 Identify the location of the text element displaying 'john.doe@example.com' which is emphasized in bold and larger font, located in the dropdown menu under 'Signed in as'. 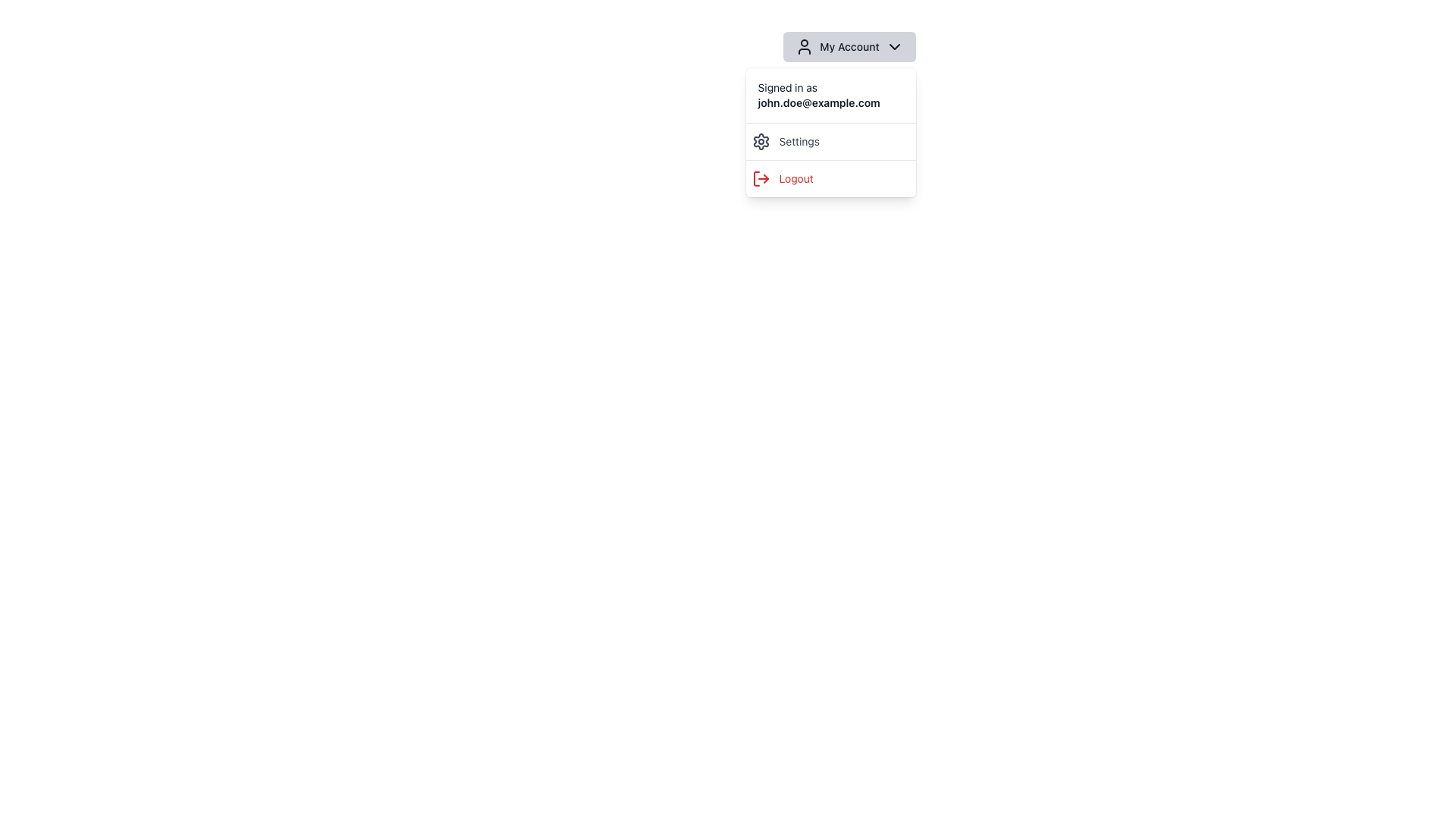
(830, 102).